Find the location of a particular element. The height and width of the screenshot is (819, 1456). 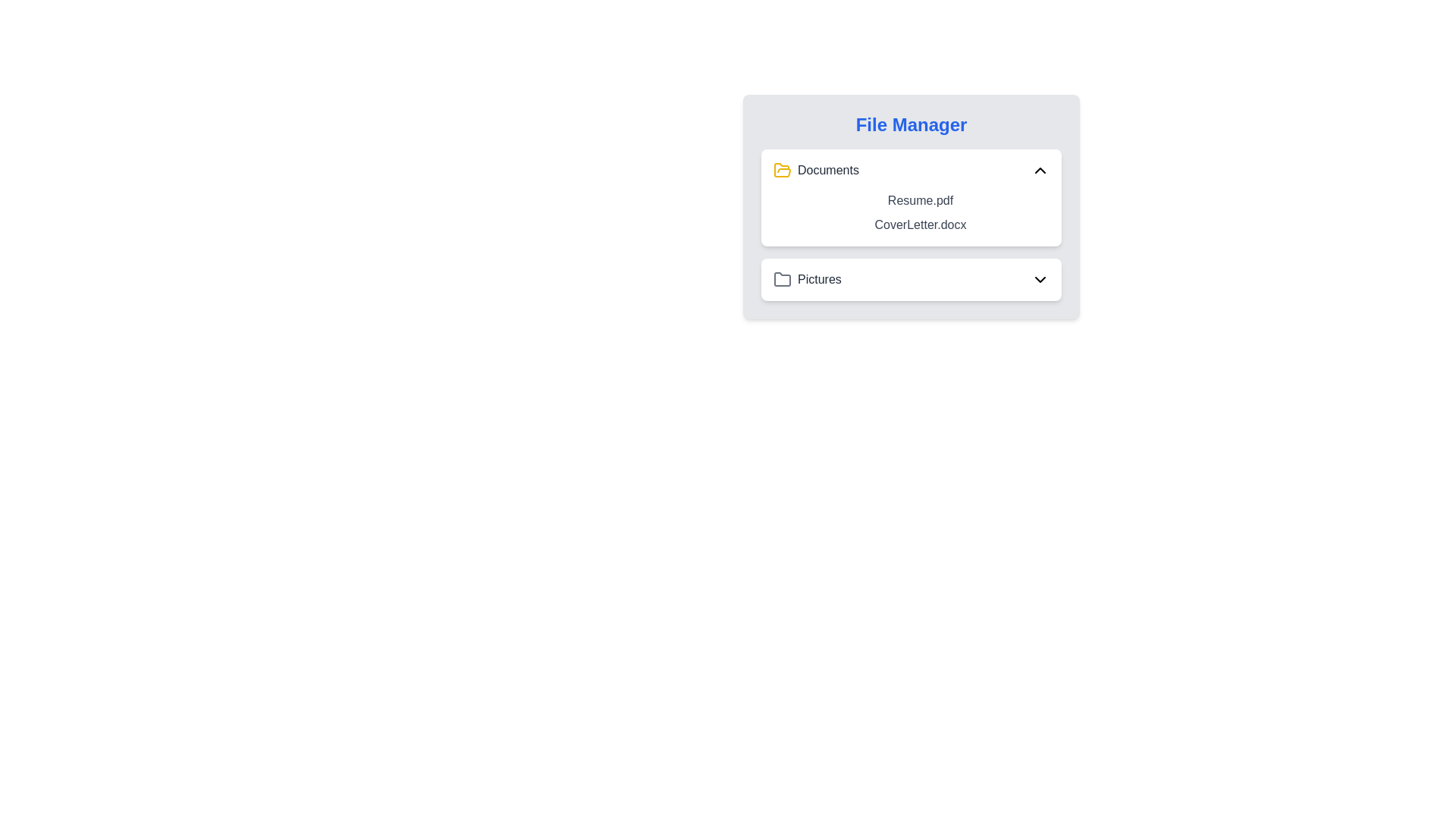

the 'Pictures' folder in the File Manager is located at coordinates (910, 280).